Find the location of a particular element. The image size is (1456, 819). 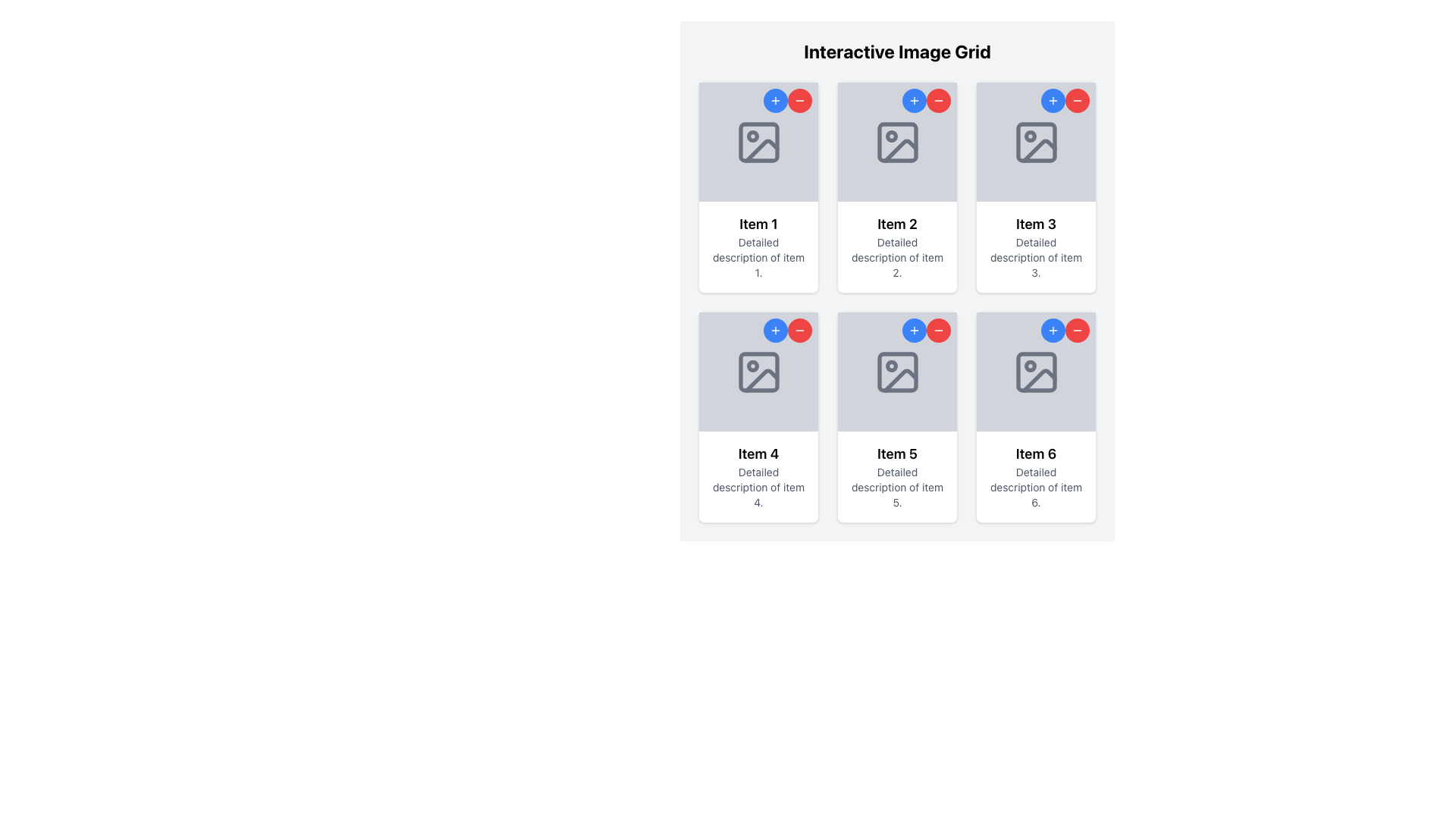

the blue circular button with a white plus symbol is located at coordinates (913, 100).